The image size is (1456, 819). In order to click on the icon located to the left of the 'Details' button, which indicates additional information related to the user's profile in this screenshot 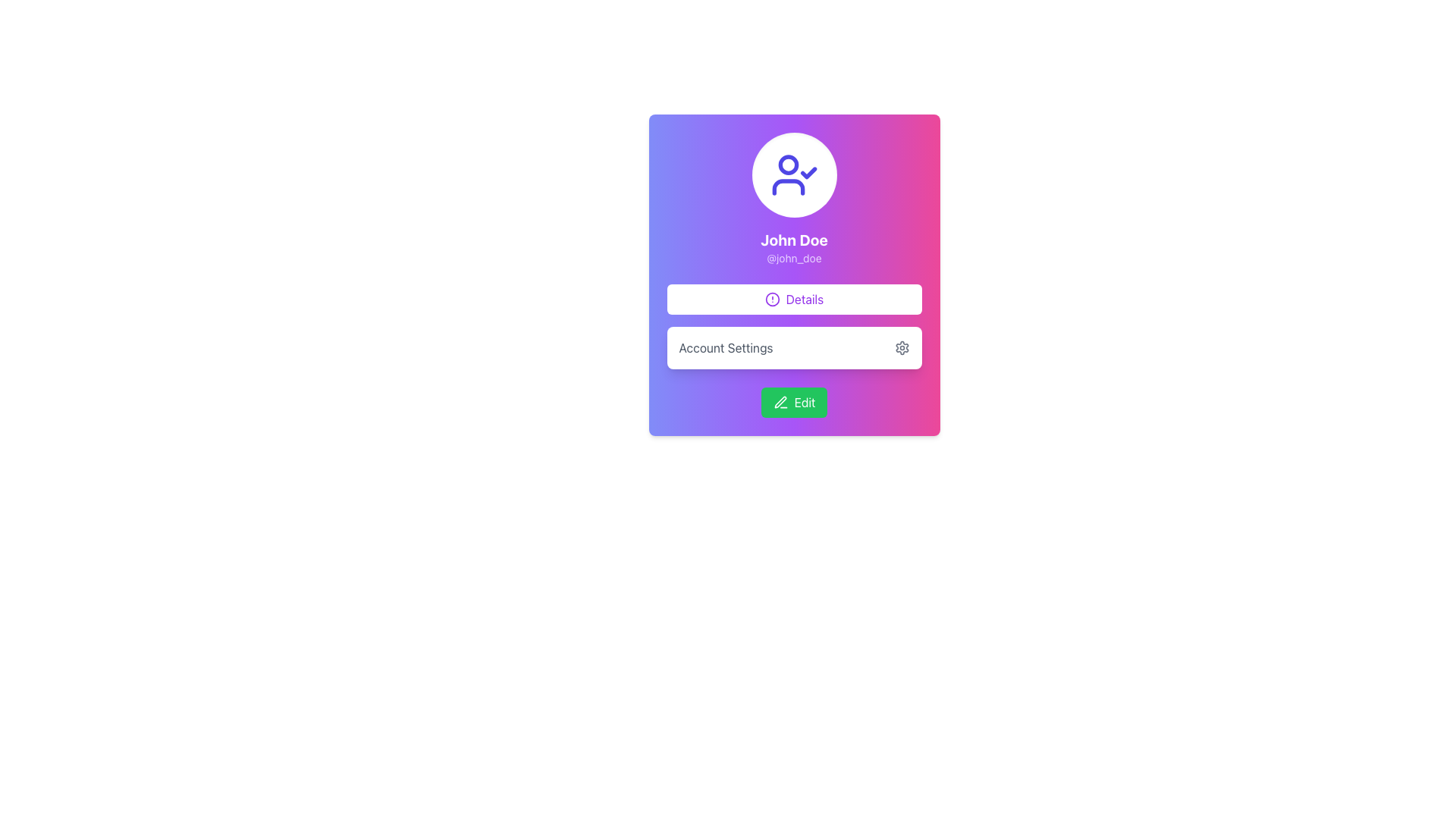, I will do `click(772, 299)`.